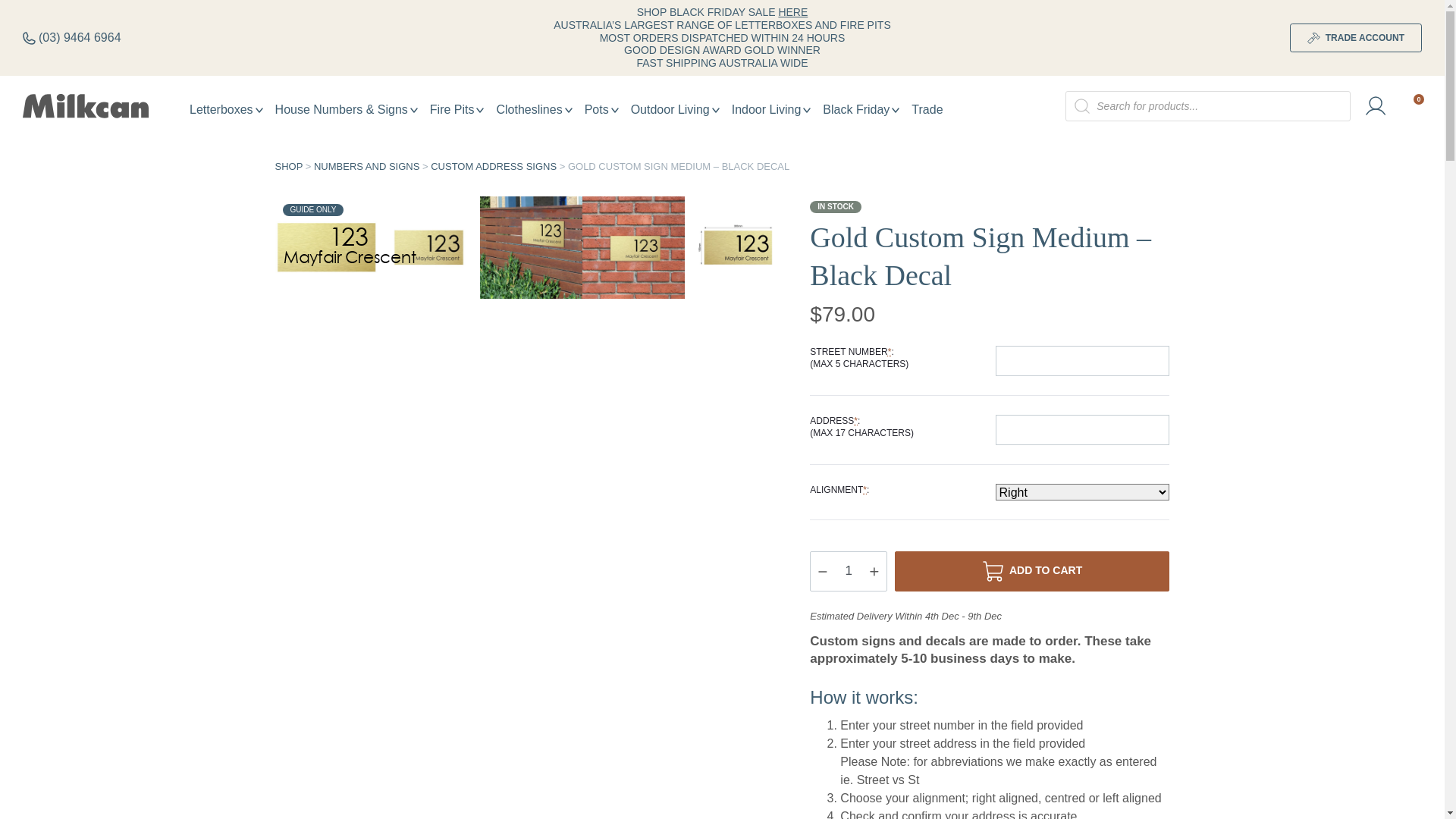 Image resolution: width=1456 pixels, height=819 pixels. Describe the element at coordinates (674, 108) in the screenshot. I see `'Outdoor Living'` at that location.